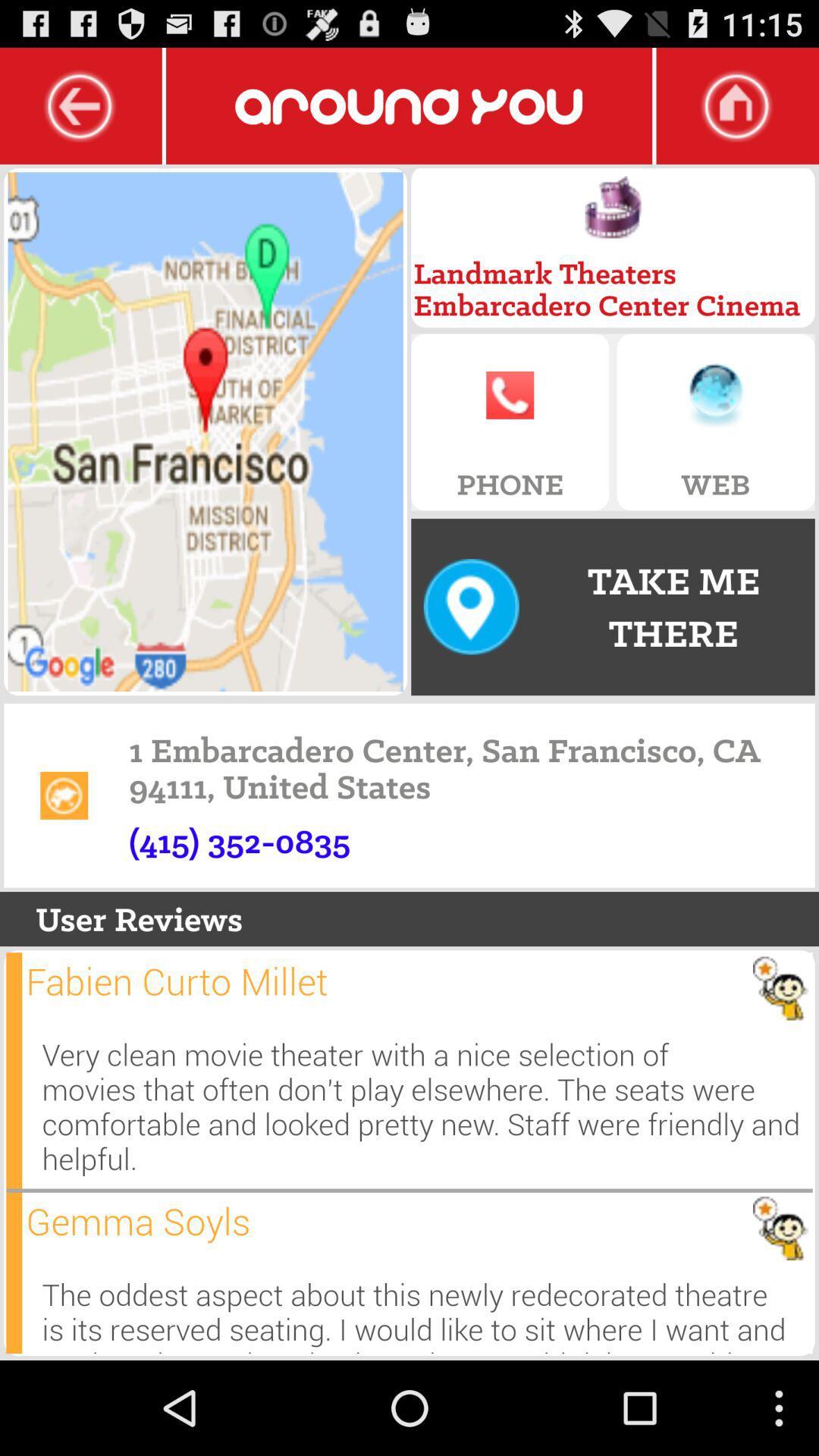 The width and height of the screenshot is (819, 1456). Describe the element at coordinates (14, 1069) in the screenshot. I see `icon below     user reviews` at that location.